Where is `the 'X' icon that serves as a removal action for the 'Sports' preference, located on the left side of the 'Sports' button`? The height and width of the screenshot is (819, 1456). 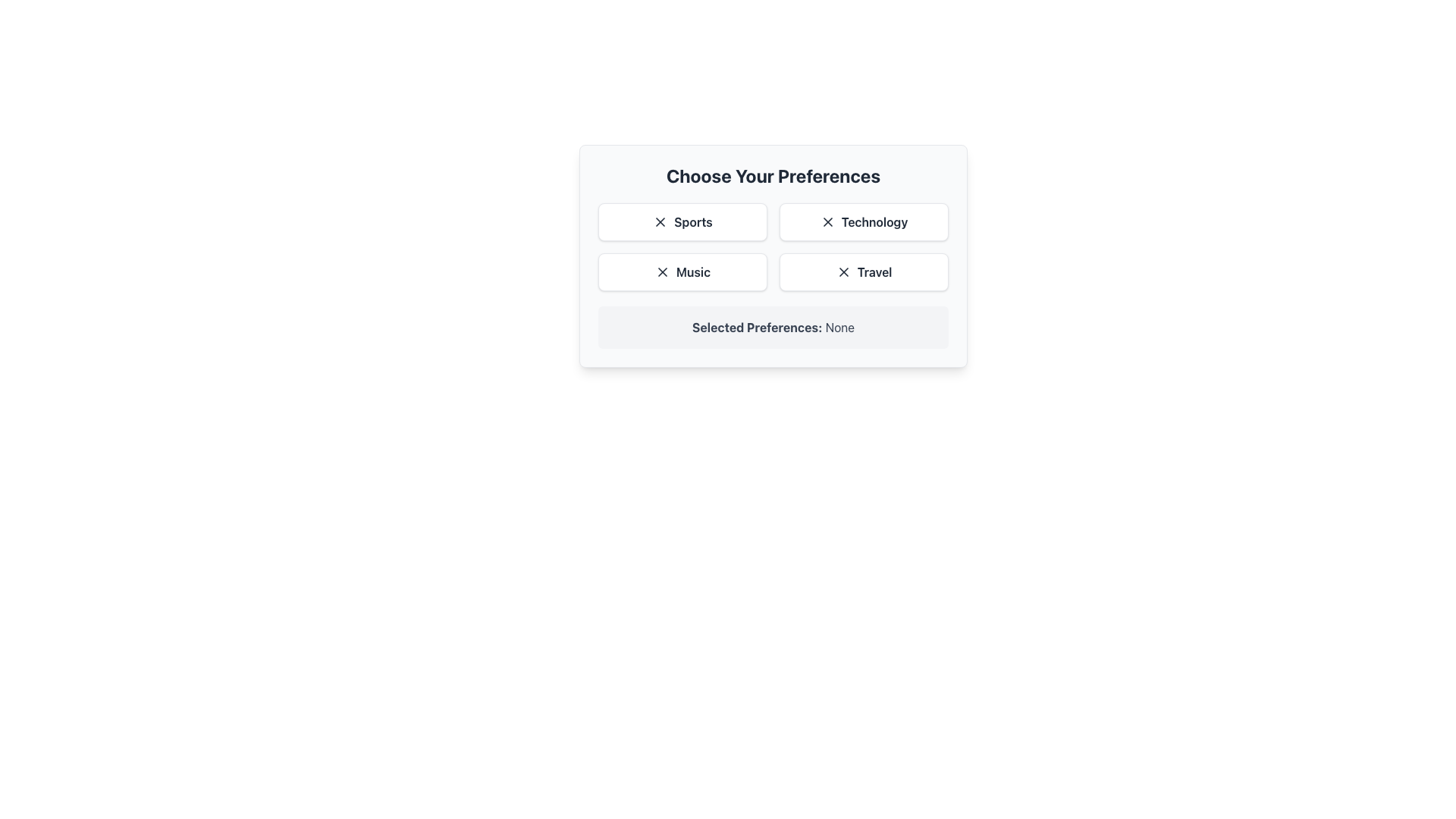 the 'X' icon that serves as a removal action for the 'Sports' preference, located on the left side of the 'Sports' button is located at coordinates (661, 222).